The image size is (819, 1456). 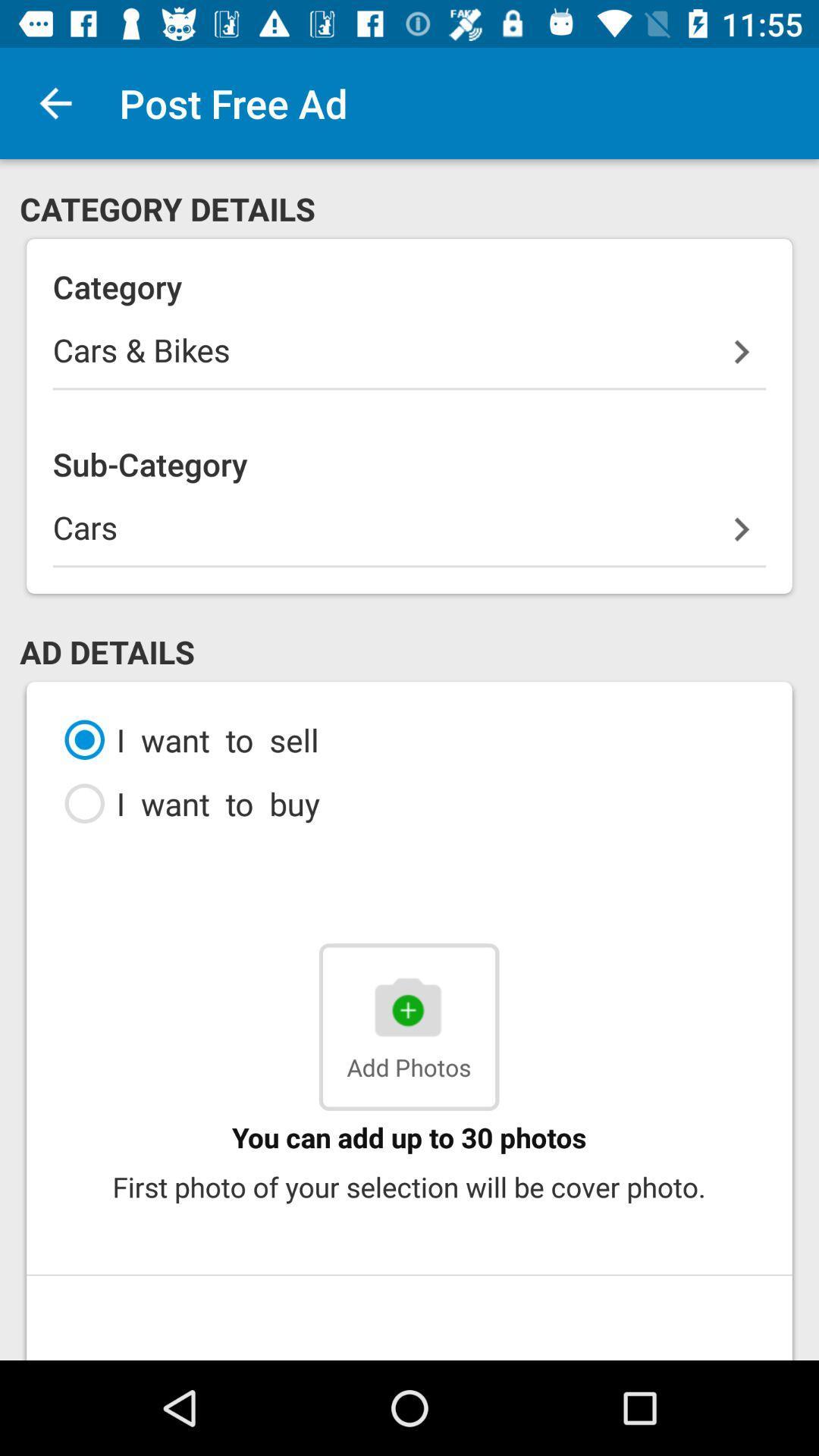 I want to click on the item next to post free ad icon, so click(x=55, y=102).